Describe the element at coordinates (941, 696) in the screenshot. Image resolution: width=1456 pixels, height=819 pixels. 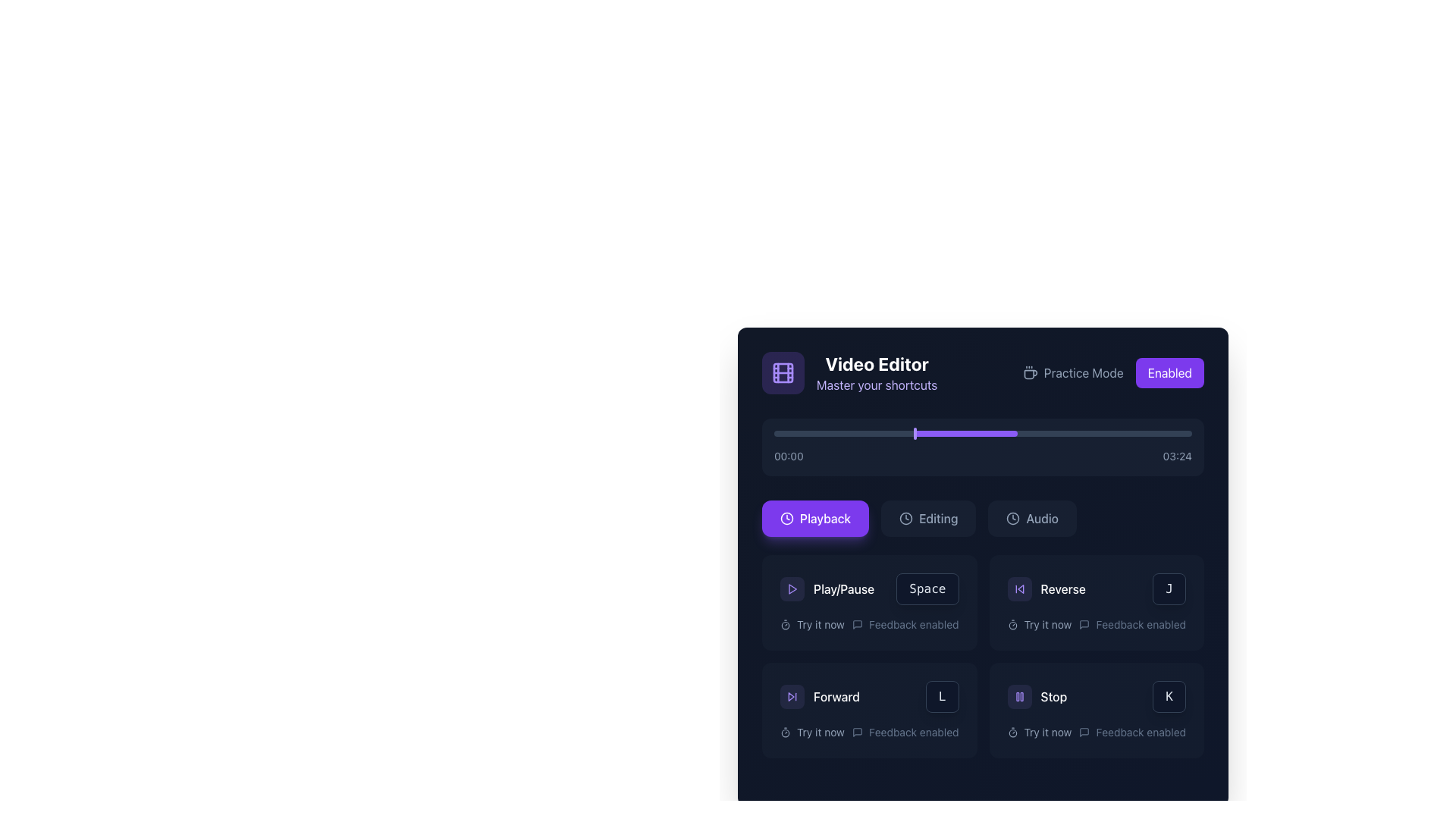
I see `the text label displaying the character 'L' within a rounded rectangle at the bottom-right corner of the 'Forward' section` at that location.